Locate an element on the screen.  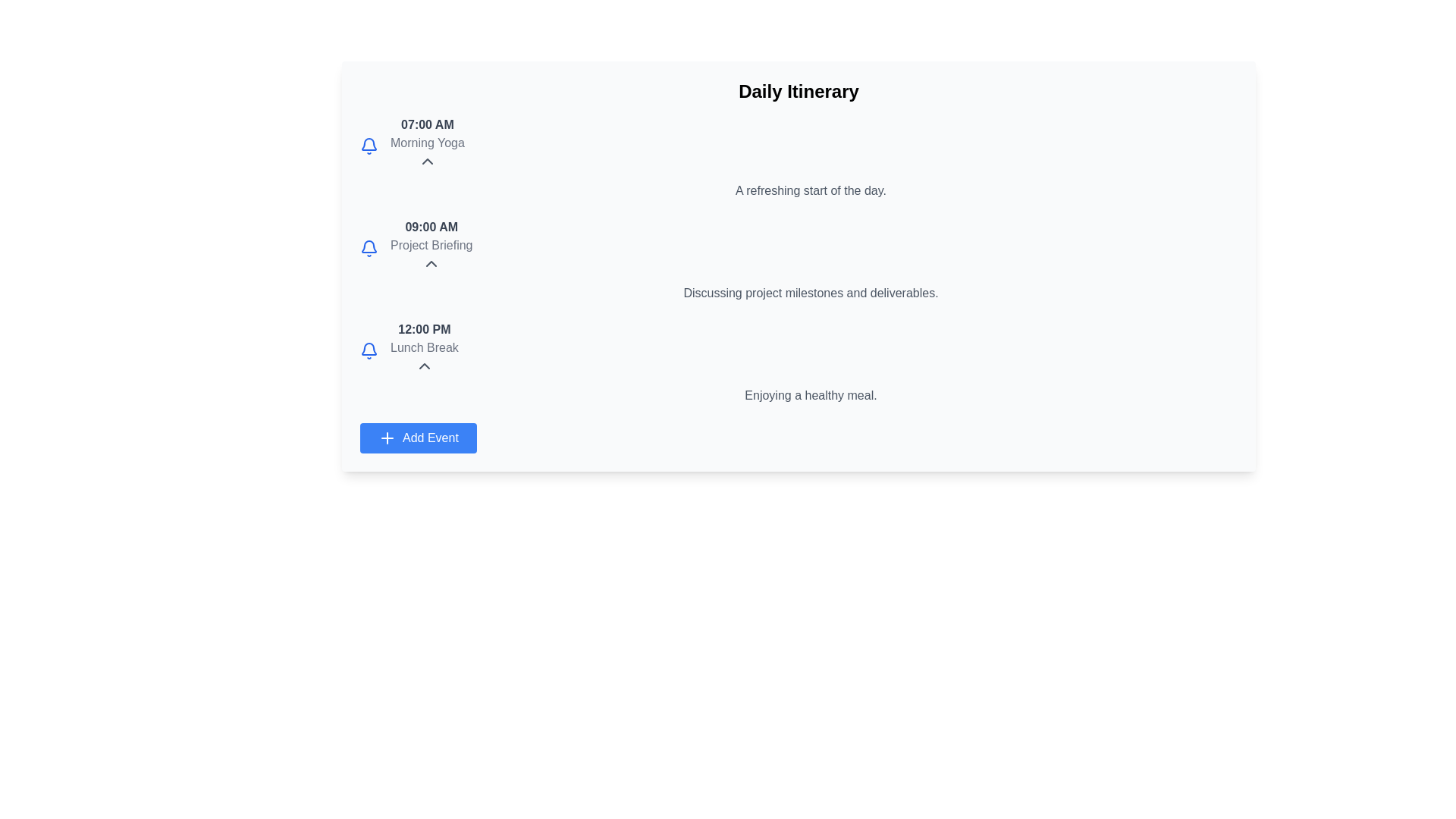
the text label displaying '09:00 AM' which is bold and dark gray, located beside the bell icon and above 'Project Briefing' is located at coordinates (431, 227).